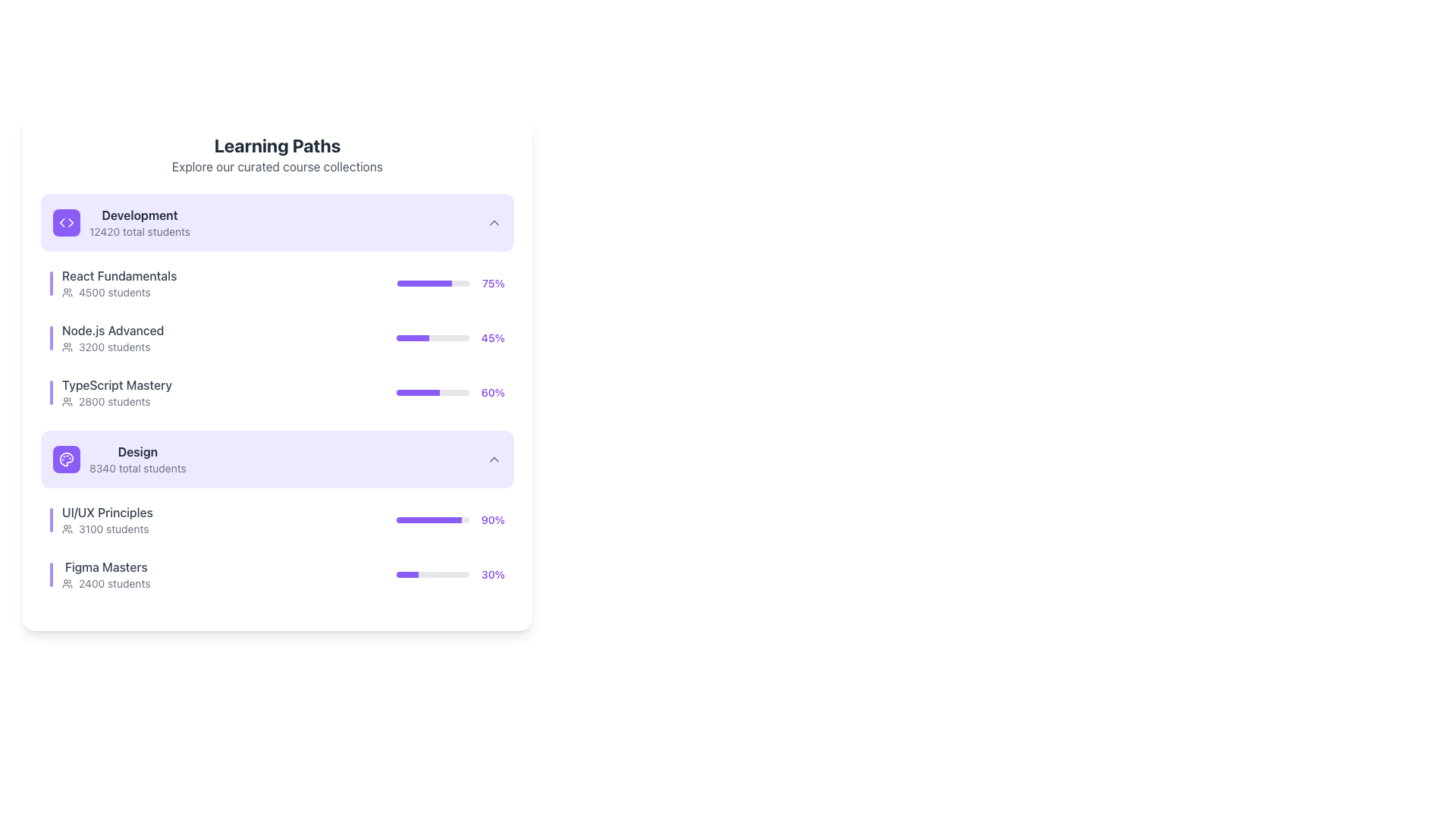 Image resolution: width=1456 pixels, height=819 pixels. What do you see at coordinates (105, 567) in the screenshot?
I see `the 'Figma Masters' hyperlink text` at bounding box center [105, 567].